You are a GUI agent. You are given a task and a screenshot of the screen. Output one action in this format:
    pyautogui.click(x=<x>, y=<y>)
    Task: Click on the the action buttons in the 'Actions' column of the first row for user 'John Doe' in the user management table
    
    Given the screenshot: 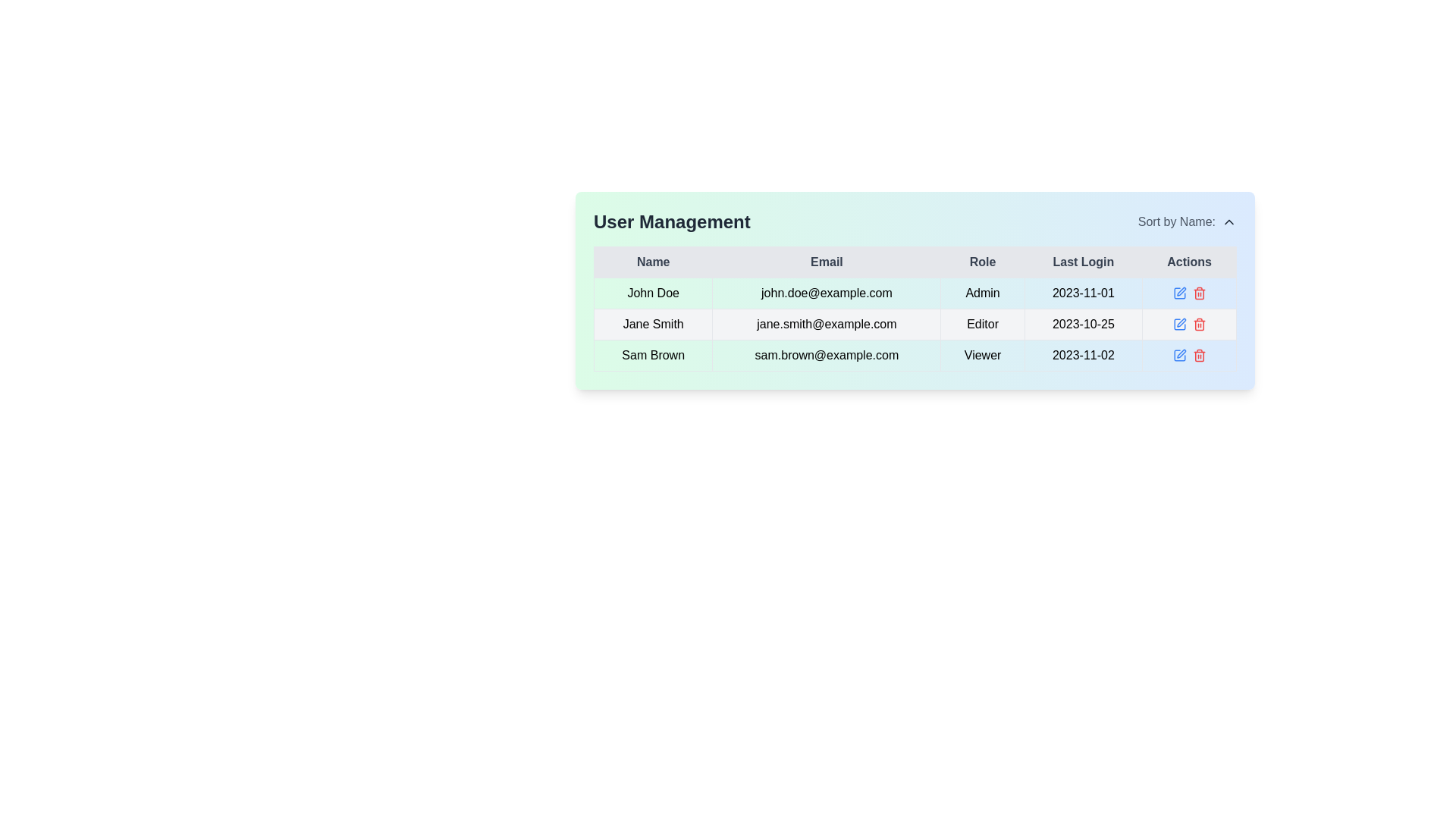 What is the action you would take?
    pyautogui.click(x=1188, y=293)
    